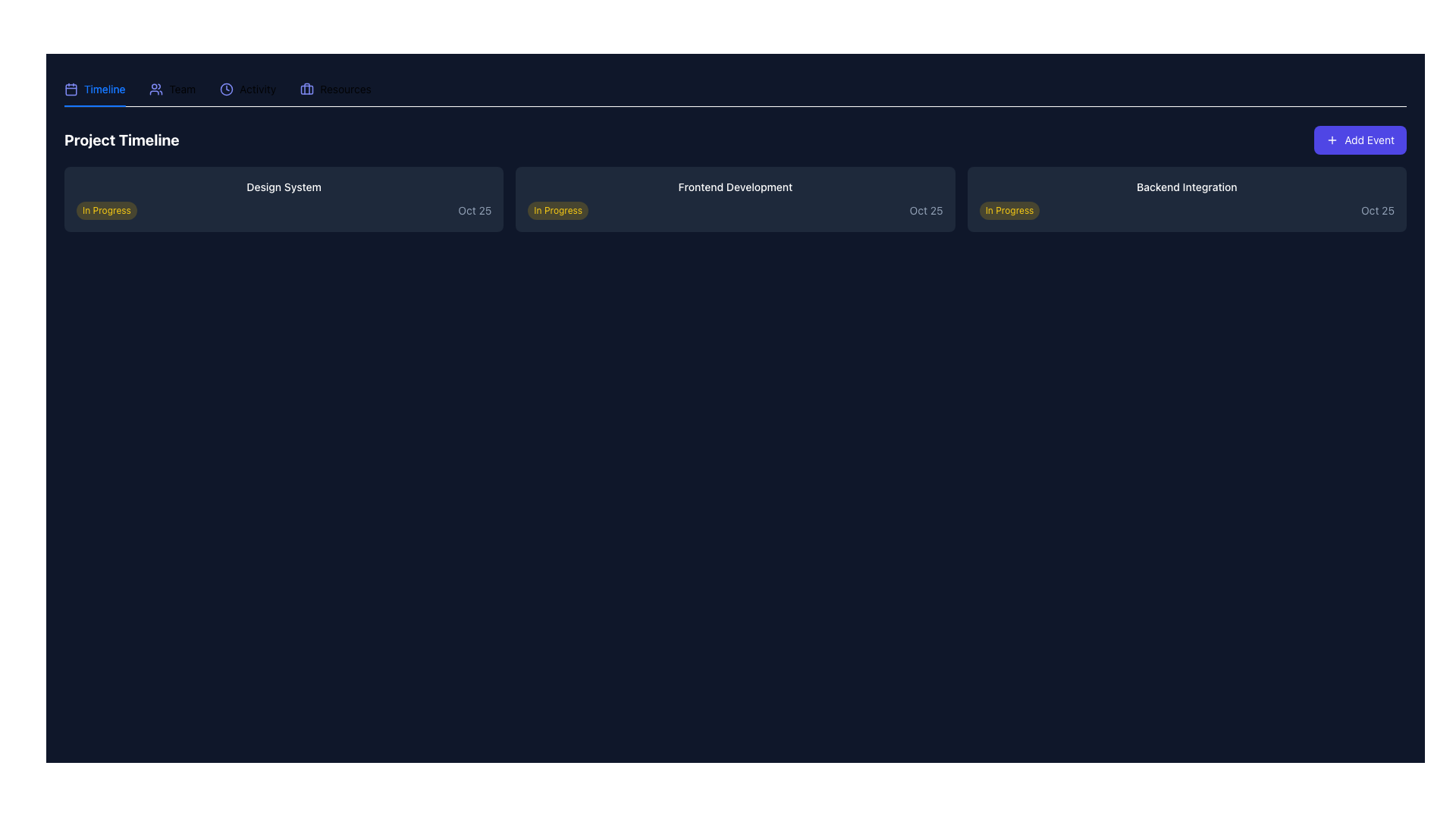 The image size is (1456, 819). Describe the element at coordinates (1186, 198) in the screenshot. I see `the task card named 'Backend Integration' located in the third column of the grid layout` at that location.